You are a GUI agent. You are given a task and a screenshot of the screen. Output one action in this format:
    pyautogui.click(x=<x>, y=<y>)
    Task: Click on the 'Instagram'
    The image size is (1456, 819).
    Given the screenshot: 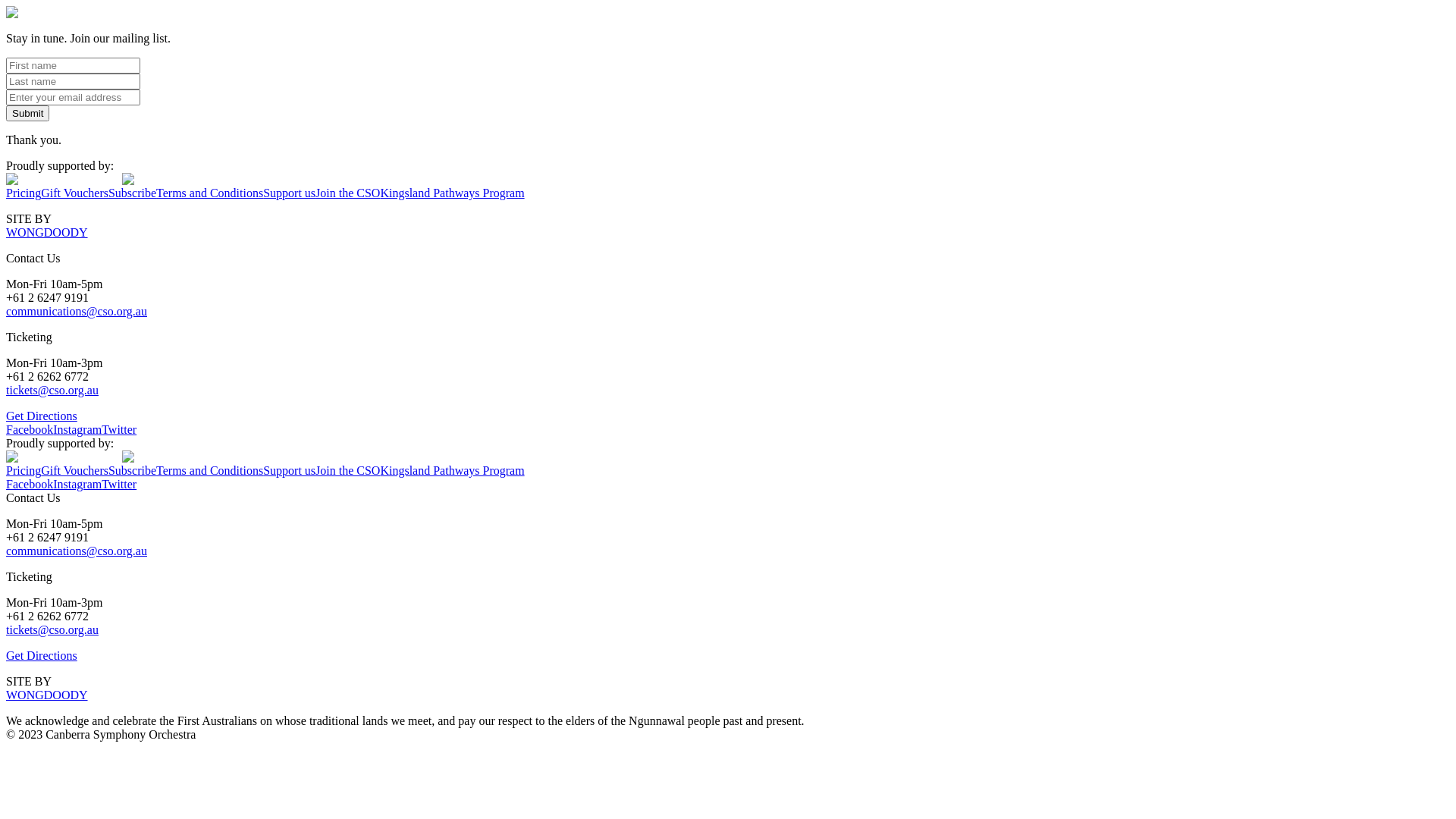 What is the action you would take?
    pyautogui.click(x=76, y=484)
    